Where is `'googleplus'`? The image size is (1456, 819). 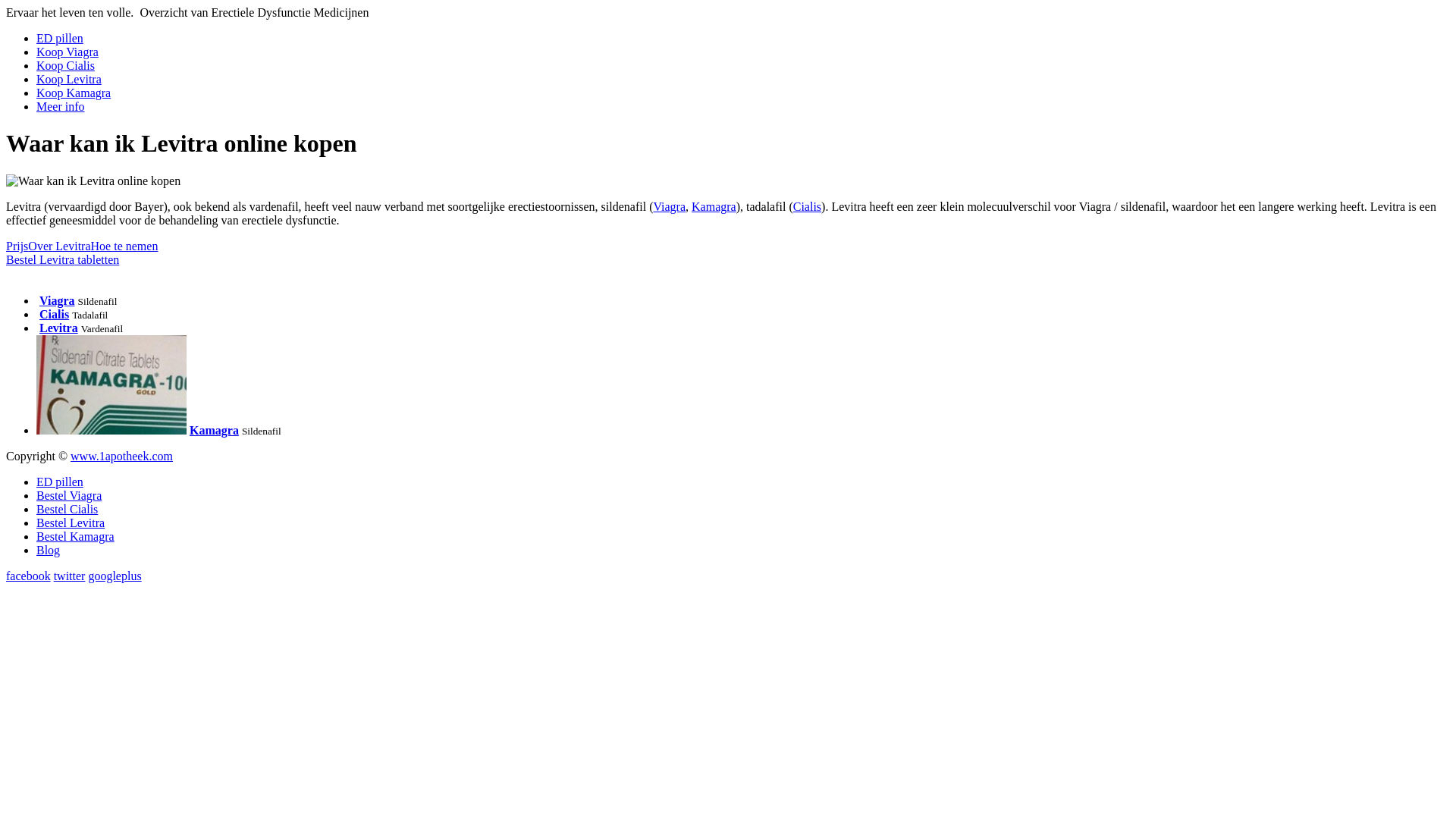 'googleplus' is located at coordinates (113, 576).